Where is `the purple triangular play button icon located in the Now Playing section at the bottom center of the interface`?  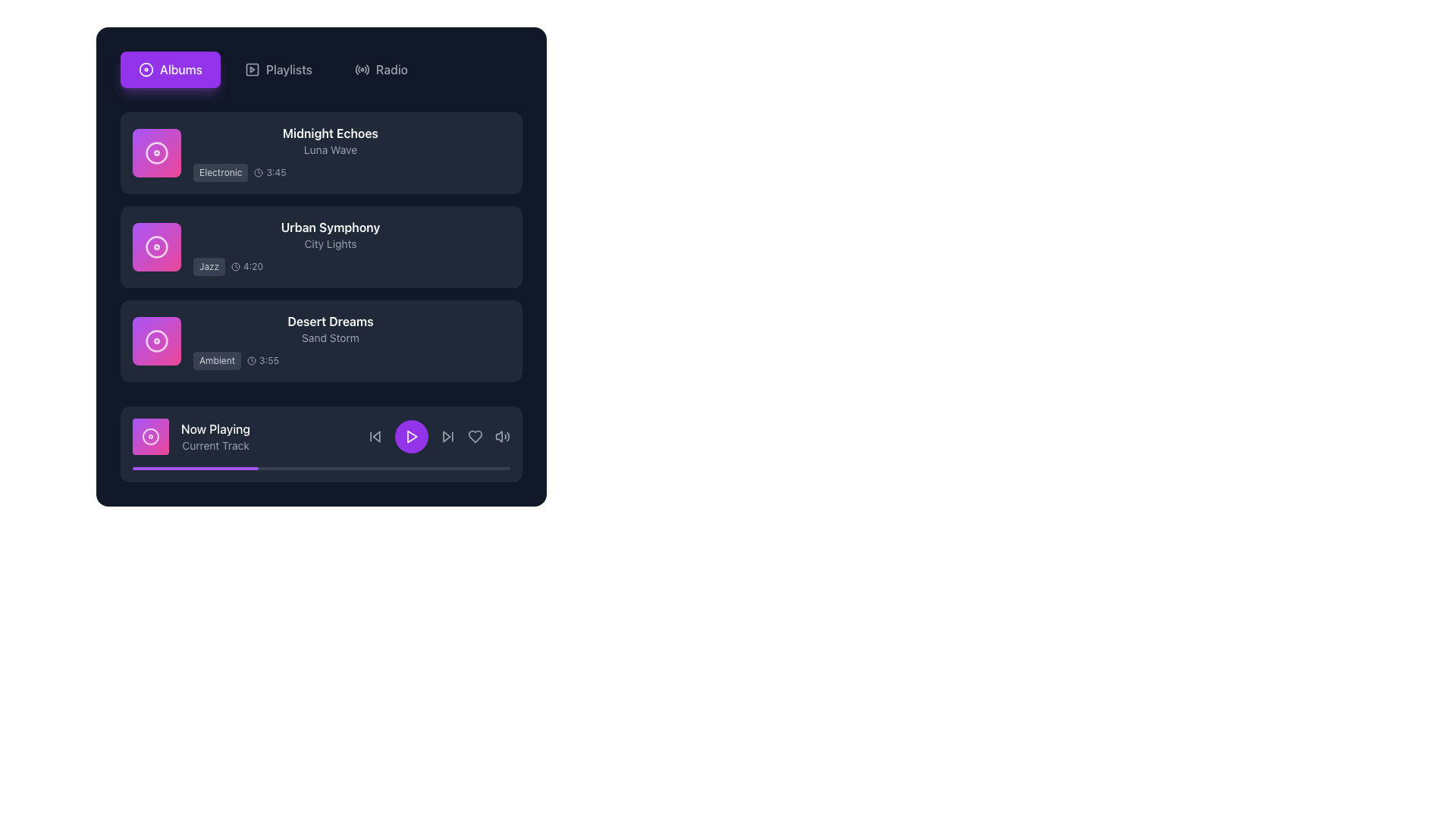
the purple triangular play button icon located in the Now Playing section at the bottom center of the interface is located at coordinates (412, 436).